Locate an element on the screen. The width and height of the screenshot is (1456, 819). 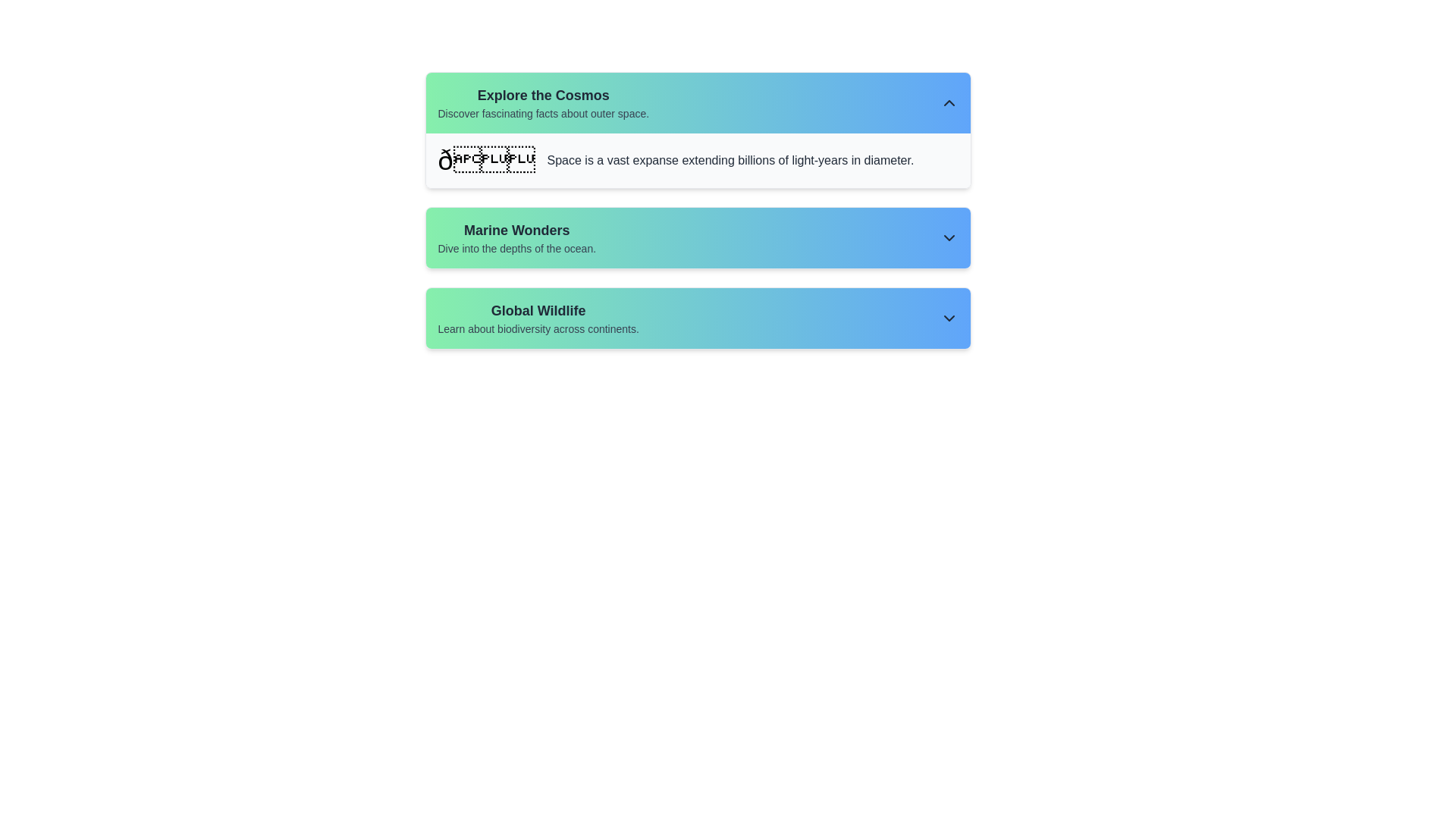
the decorative emoji or icon located at the leftmost side of the 'Explore the Cosmos' segment, preceding the descriptive text about space is located at coordinates (486, 161).